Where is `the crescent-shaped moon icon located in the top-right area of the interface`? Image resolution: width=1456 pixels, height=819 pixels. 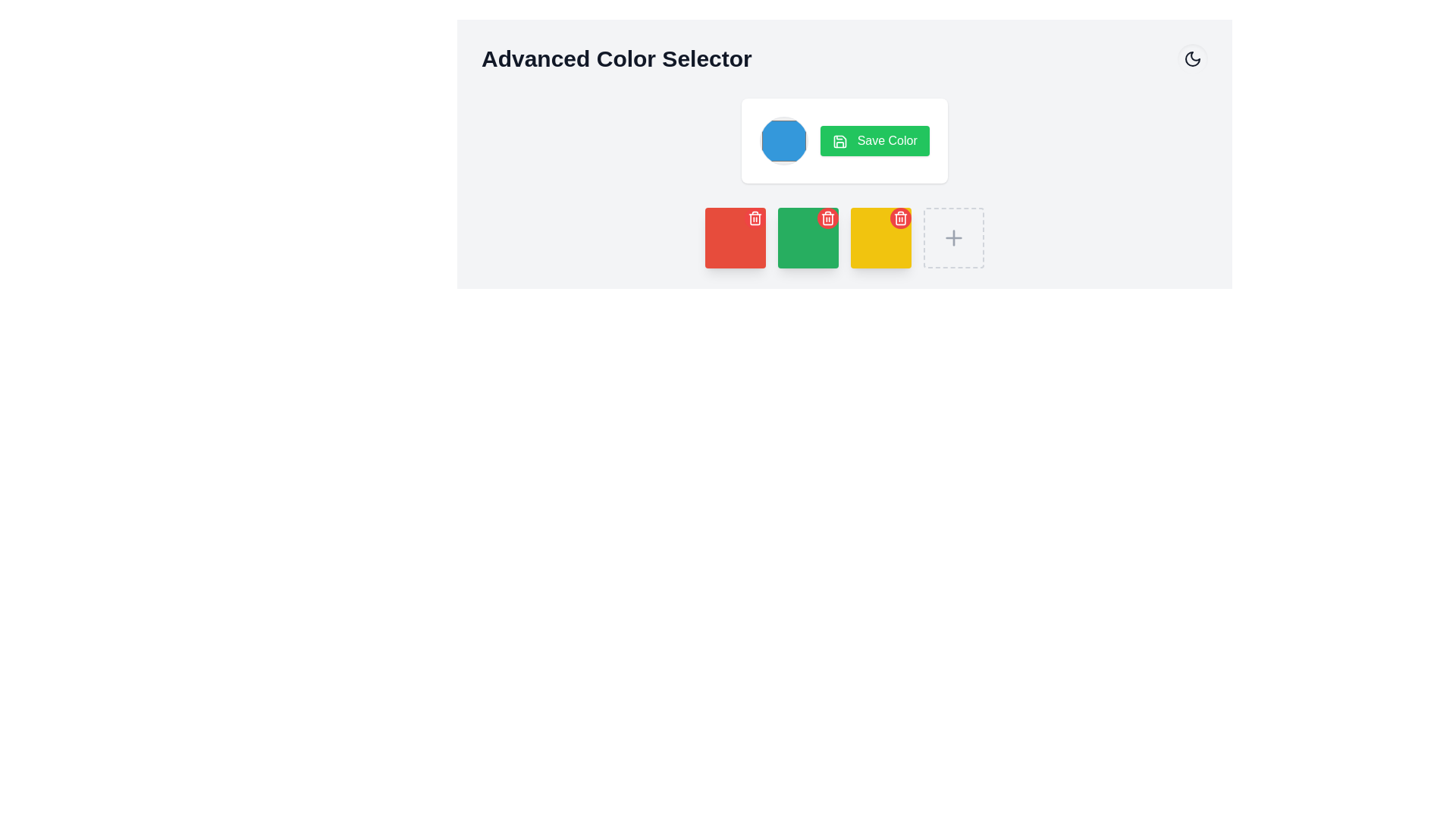 the crescent-shaped moon icon located in the top-right area of the interface is located at coordinates (1192, 58).